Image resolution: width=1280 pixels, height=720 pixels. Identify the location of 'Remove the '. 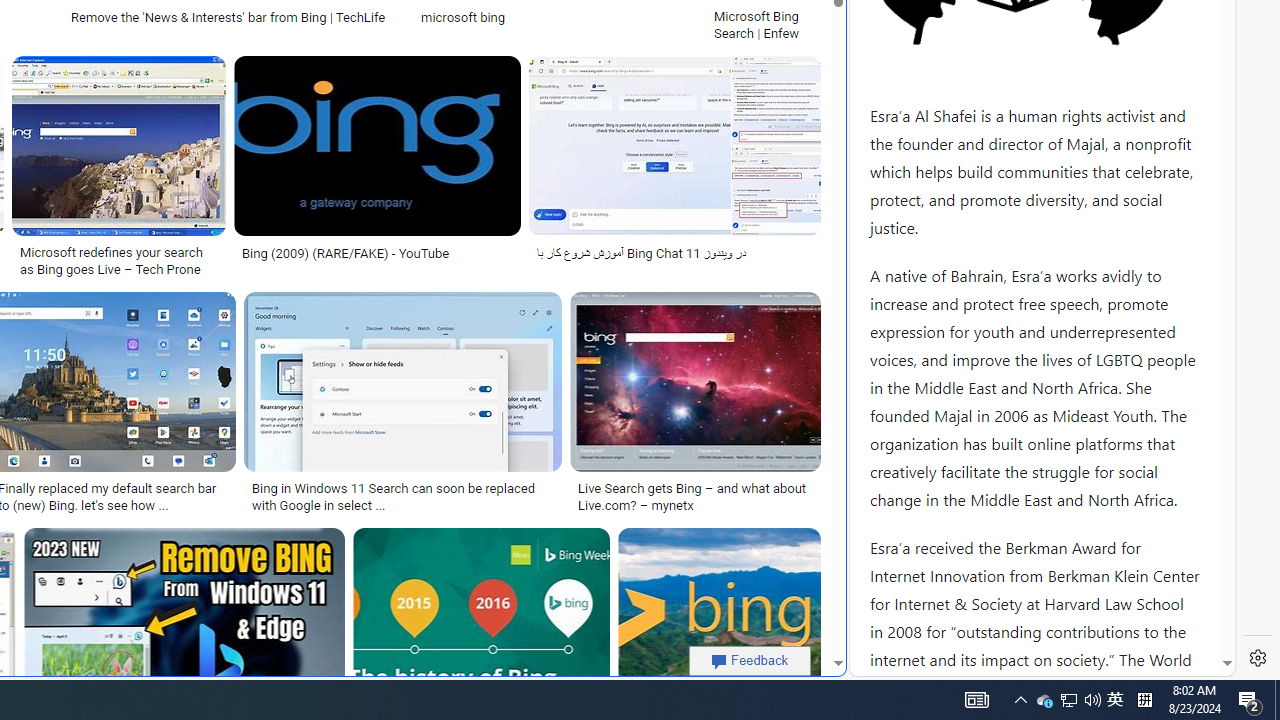
(233, 16).